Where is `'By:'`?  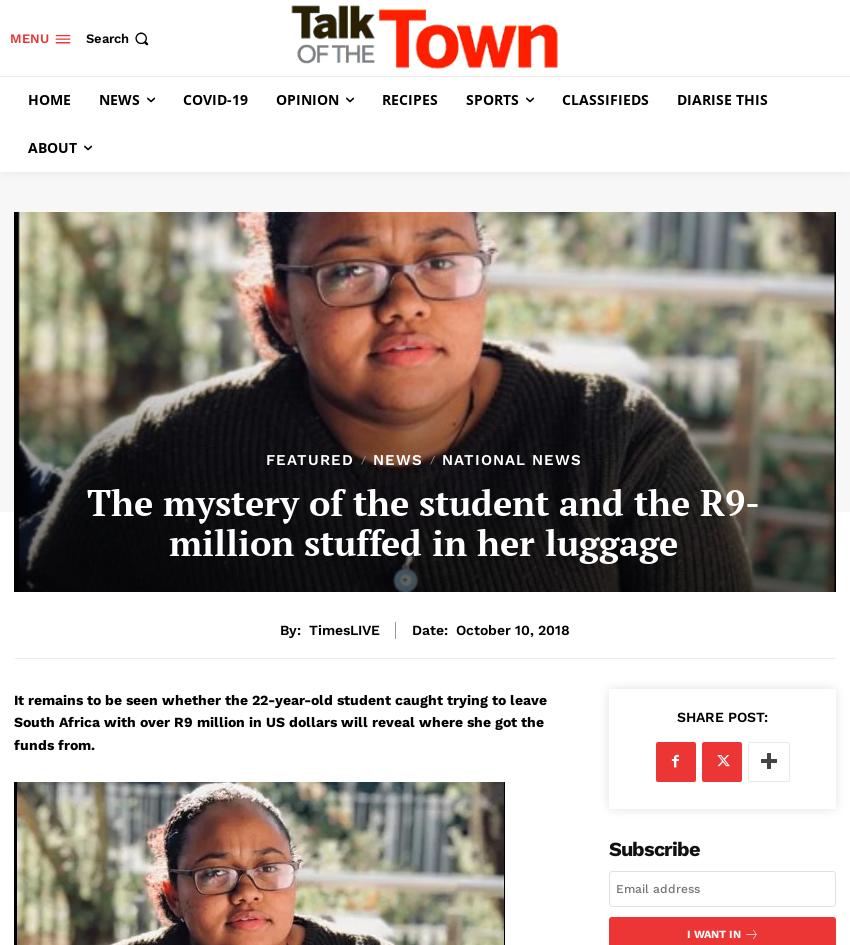
'By:' is located at coordinates (289, 629).